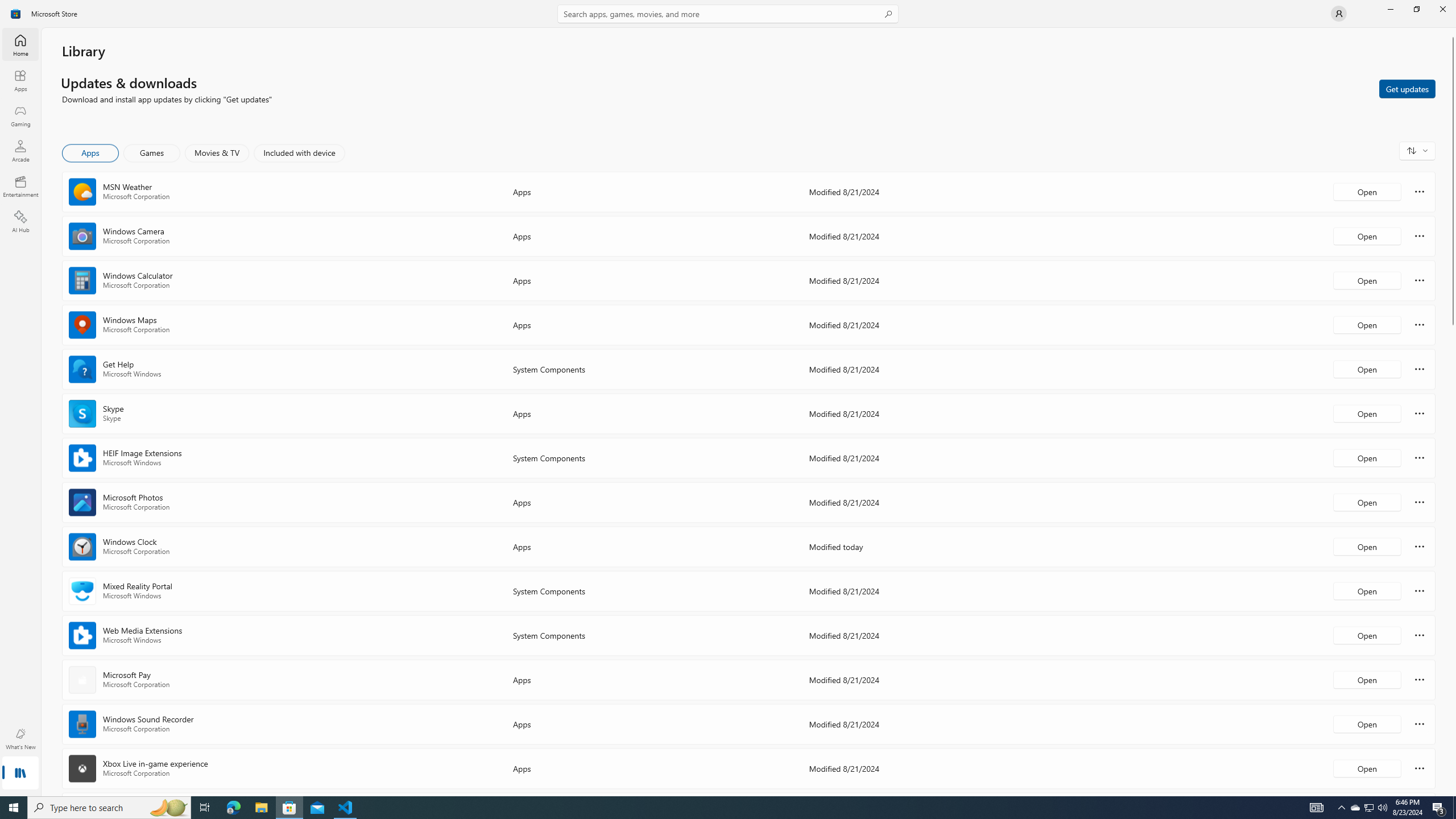 Image resolution: width=1456 pixels, height=819 pixels. I want to click on 'Movies & TV', so click(216, 152).